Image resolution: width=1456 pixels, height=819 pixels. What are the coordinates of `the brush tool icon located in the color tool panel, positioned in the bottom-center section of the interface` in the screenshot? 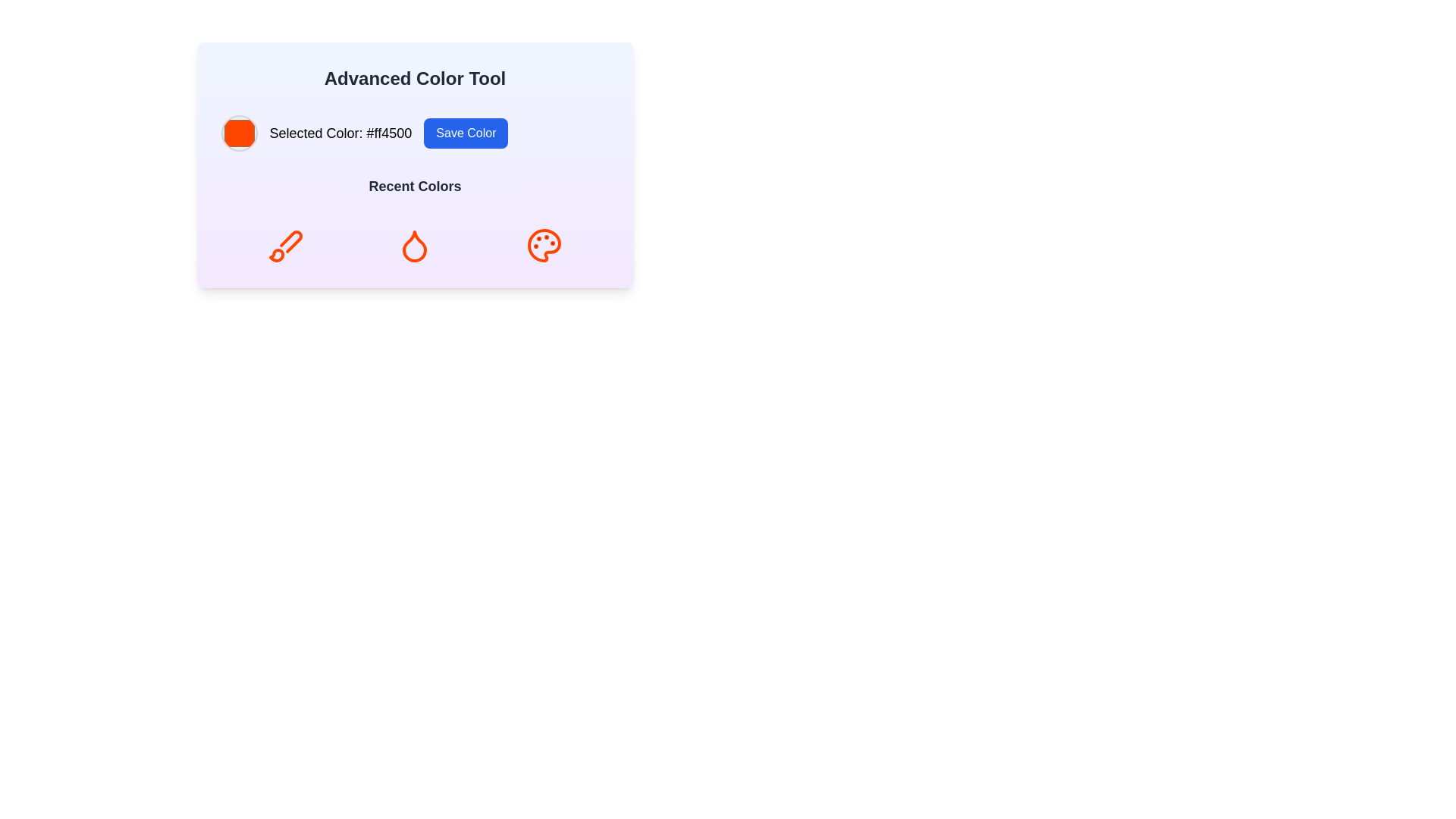 It's located at (276, 254).